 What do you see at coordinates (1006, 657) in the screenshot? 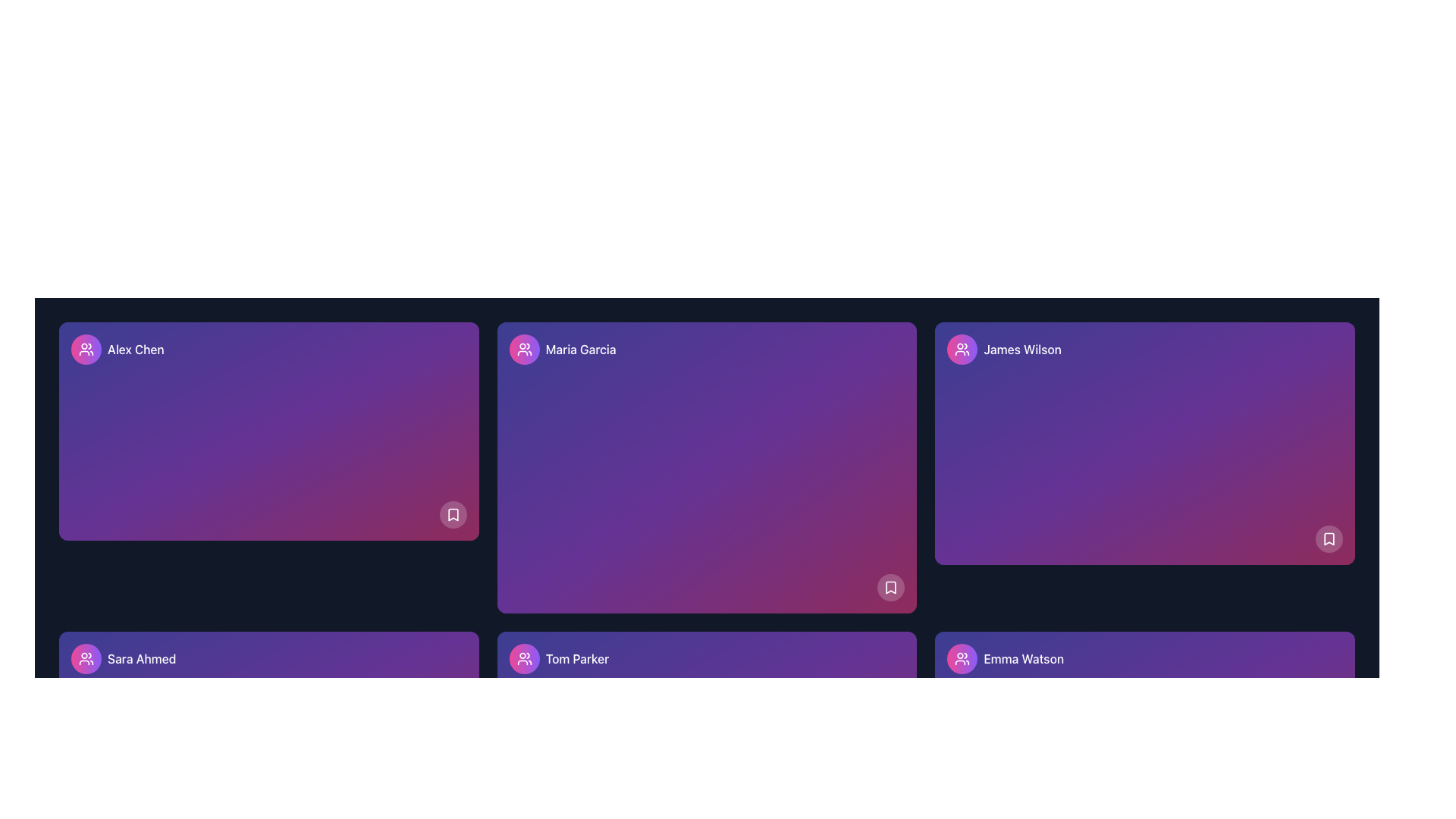
I see `the text label 'Emma Watson' adjacent to the circular icon` at bounding box center [1006, 657].